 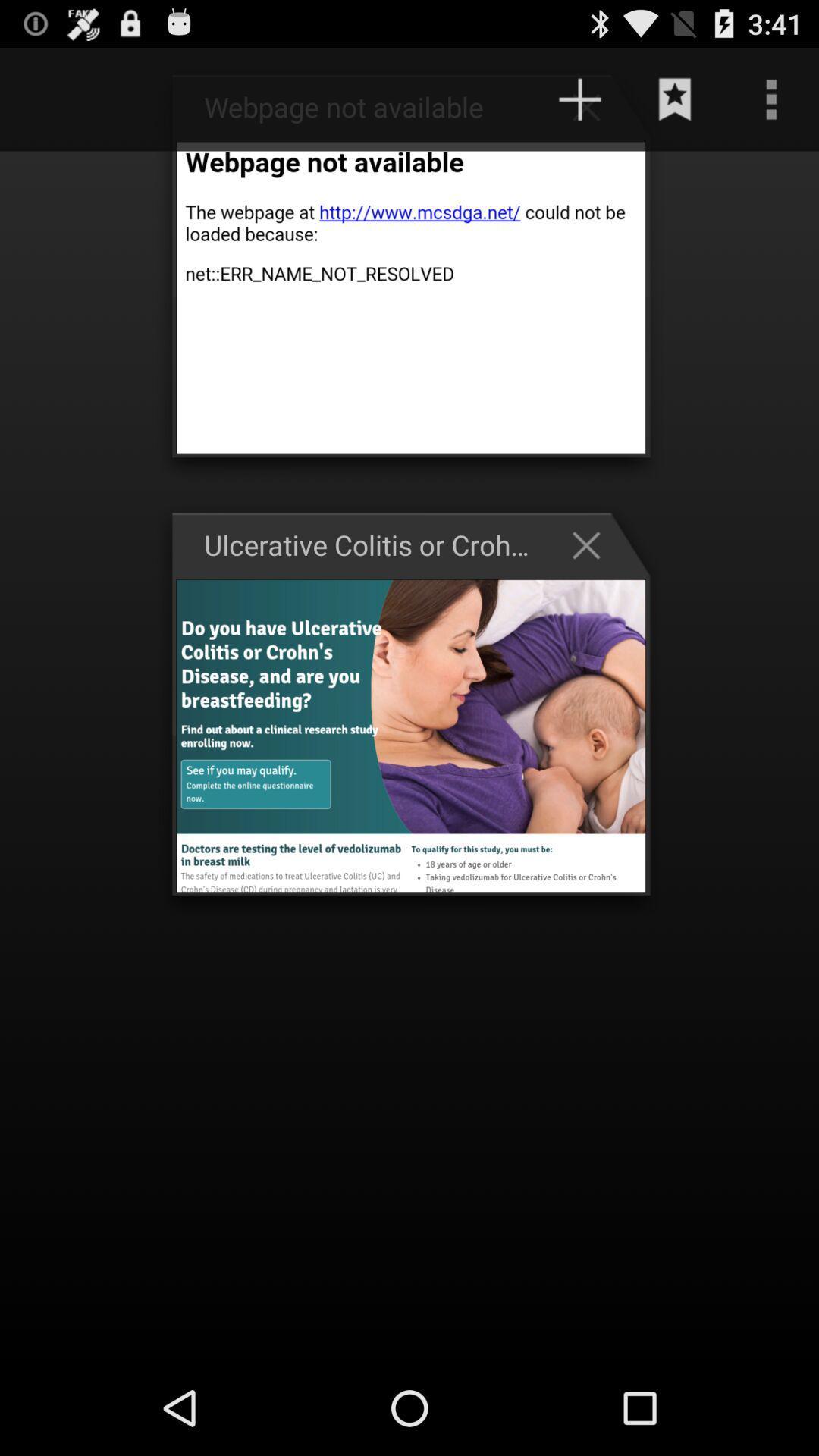 What do you see at coordinates (593, 582) in the screenshot?
I see `the close icon` at bounding box center [593, 582].